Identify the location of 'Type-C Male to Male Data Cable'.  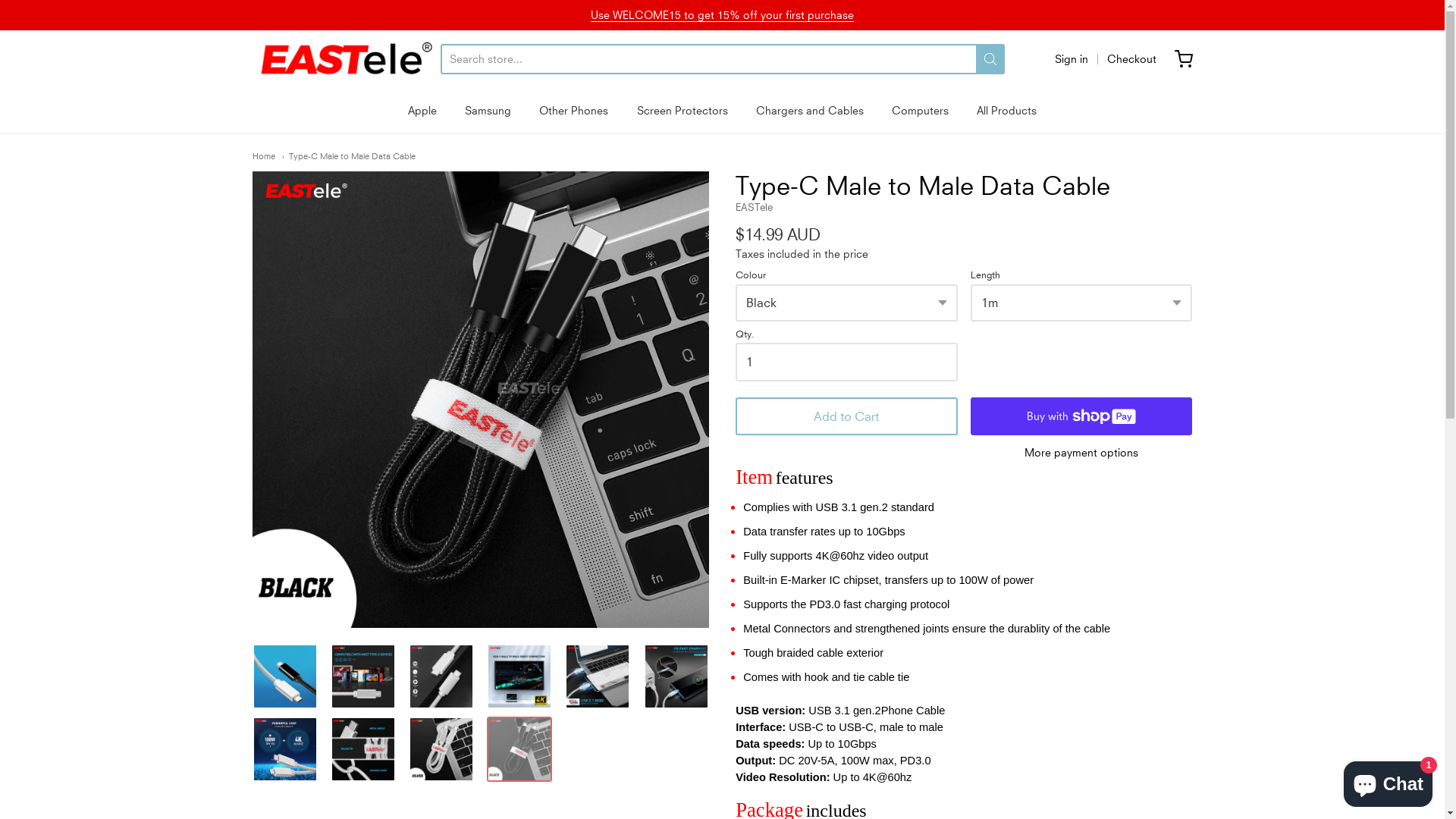
(251, 748).